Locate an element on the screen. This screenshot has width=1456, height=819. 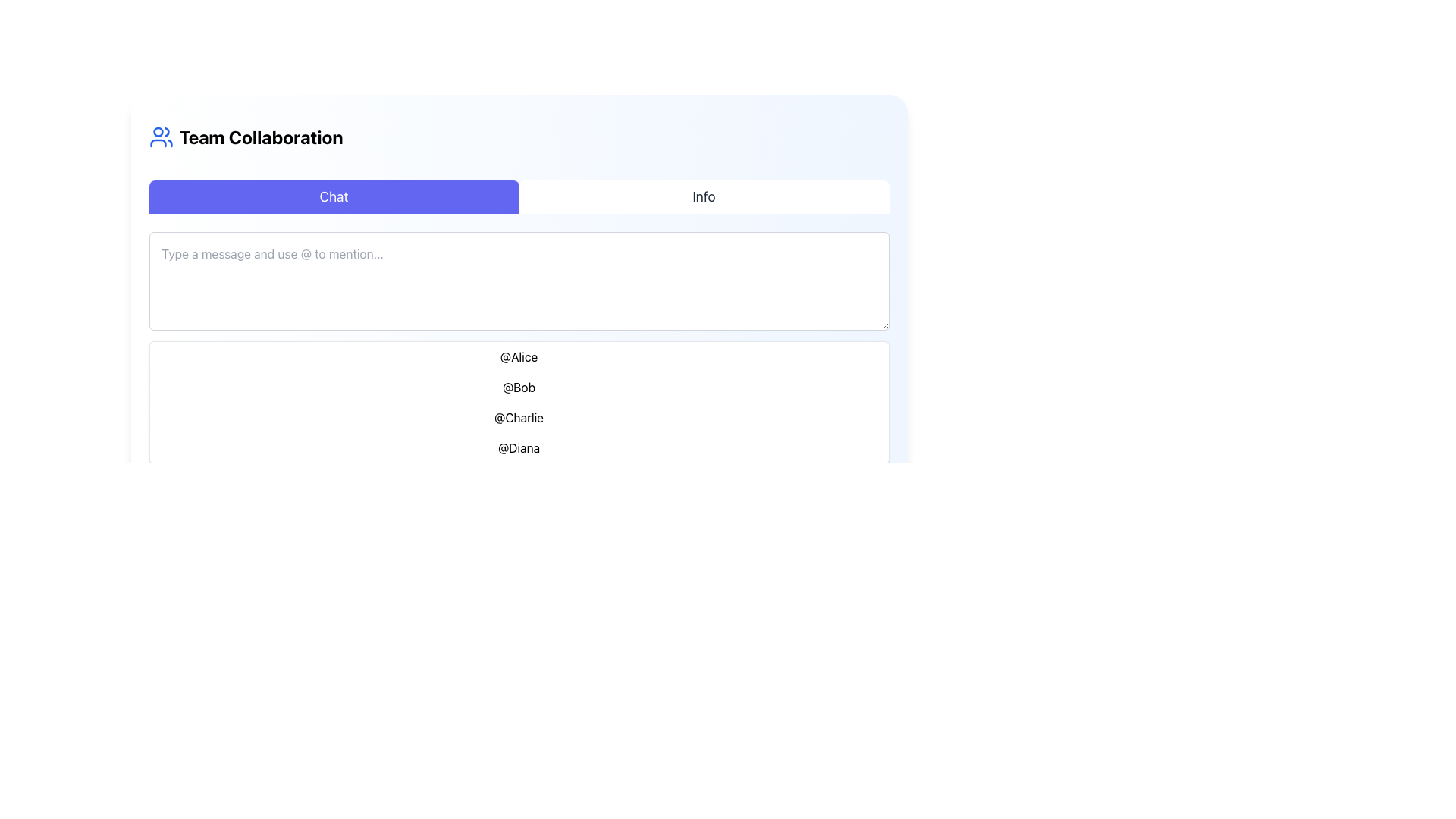
the tab switcher navigation bar is located at coordinates (519, 196).